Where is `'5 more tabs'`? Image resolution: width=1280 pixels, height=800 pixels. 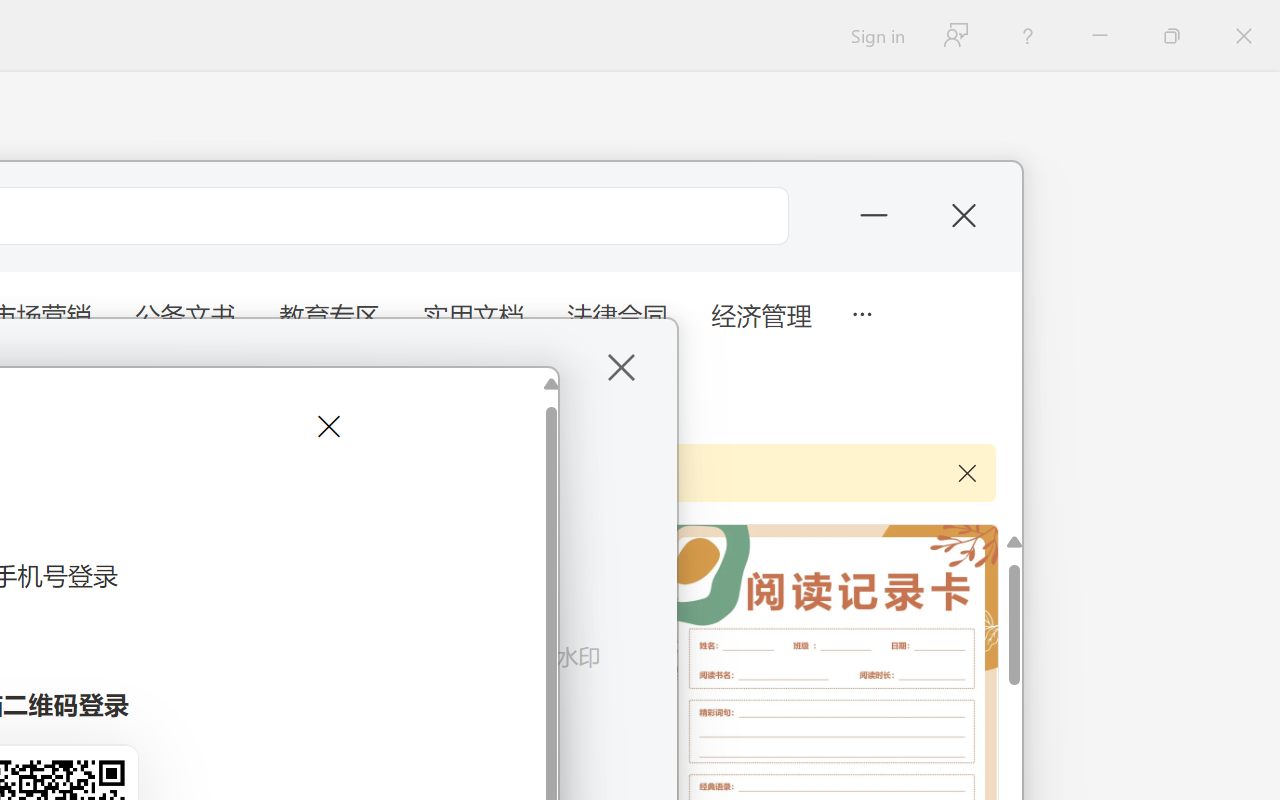 '5 more tabs' is located at coordinates (861, 311).